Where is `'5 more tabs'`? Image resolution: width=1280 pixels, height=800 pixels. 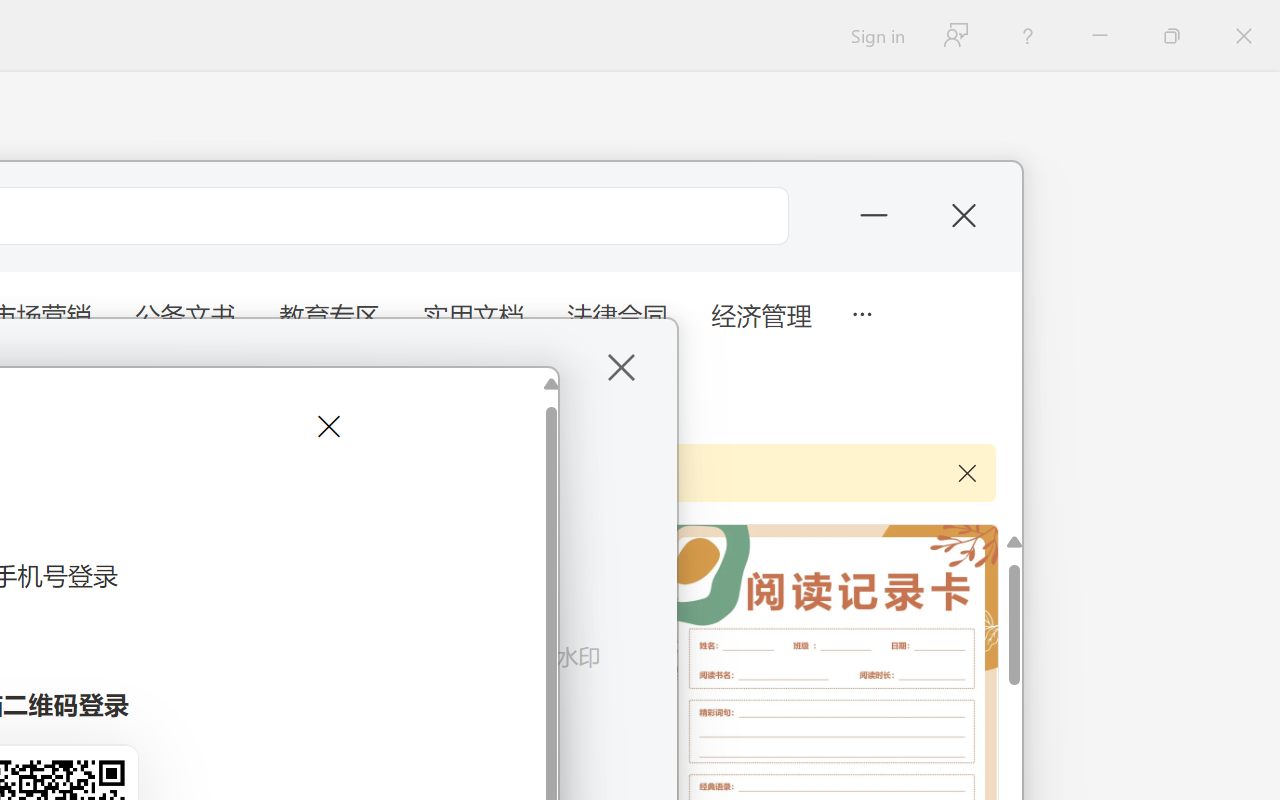 '5 more tabs' is located at coordinates (861, 311).